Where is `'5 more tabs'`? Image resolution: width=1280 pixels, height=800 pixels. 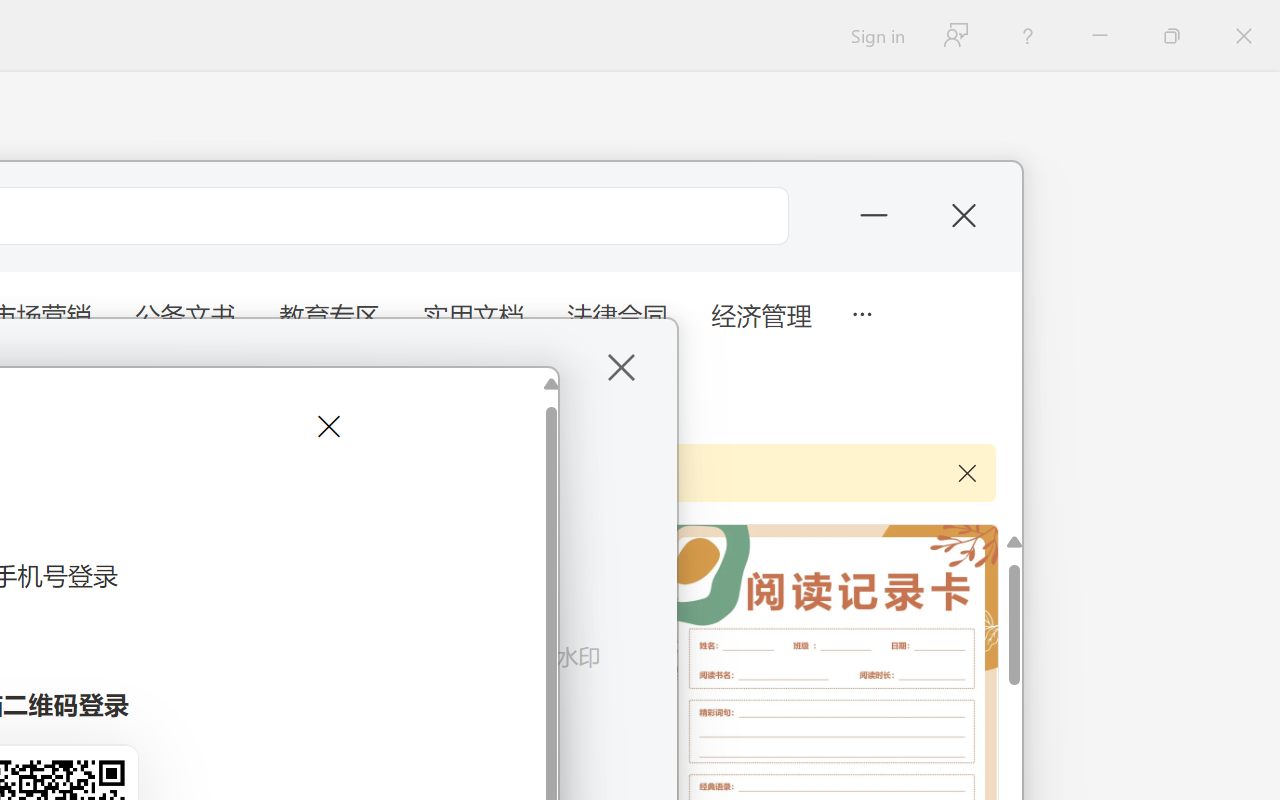 '5 more tabs' is located at coordinates (861, 311).